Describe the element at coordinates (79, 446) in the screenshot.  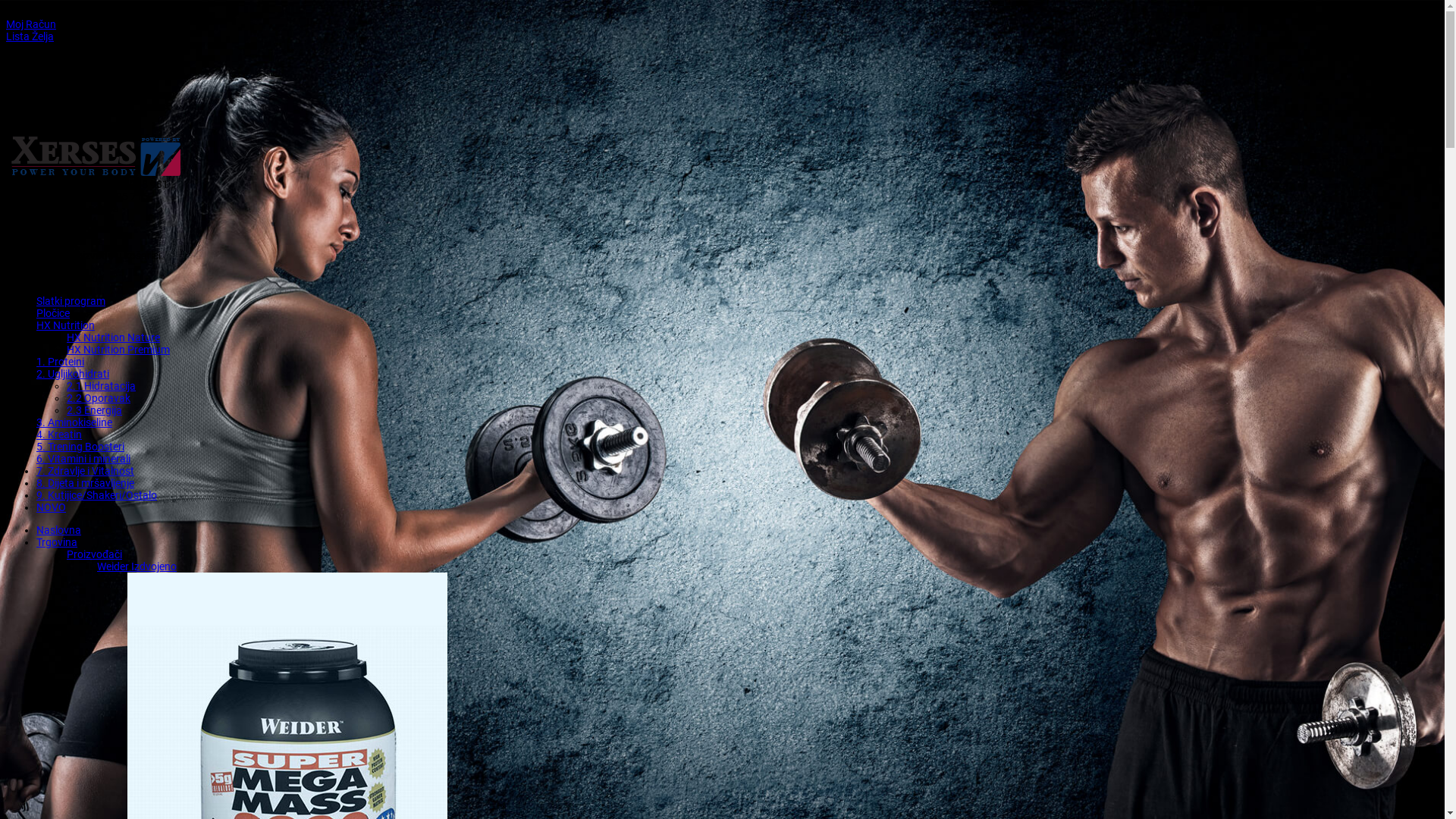
I see `'5. Trening Boosteri'` at that location.